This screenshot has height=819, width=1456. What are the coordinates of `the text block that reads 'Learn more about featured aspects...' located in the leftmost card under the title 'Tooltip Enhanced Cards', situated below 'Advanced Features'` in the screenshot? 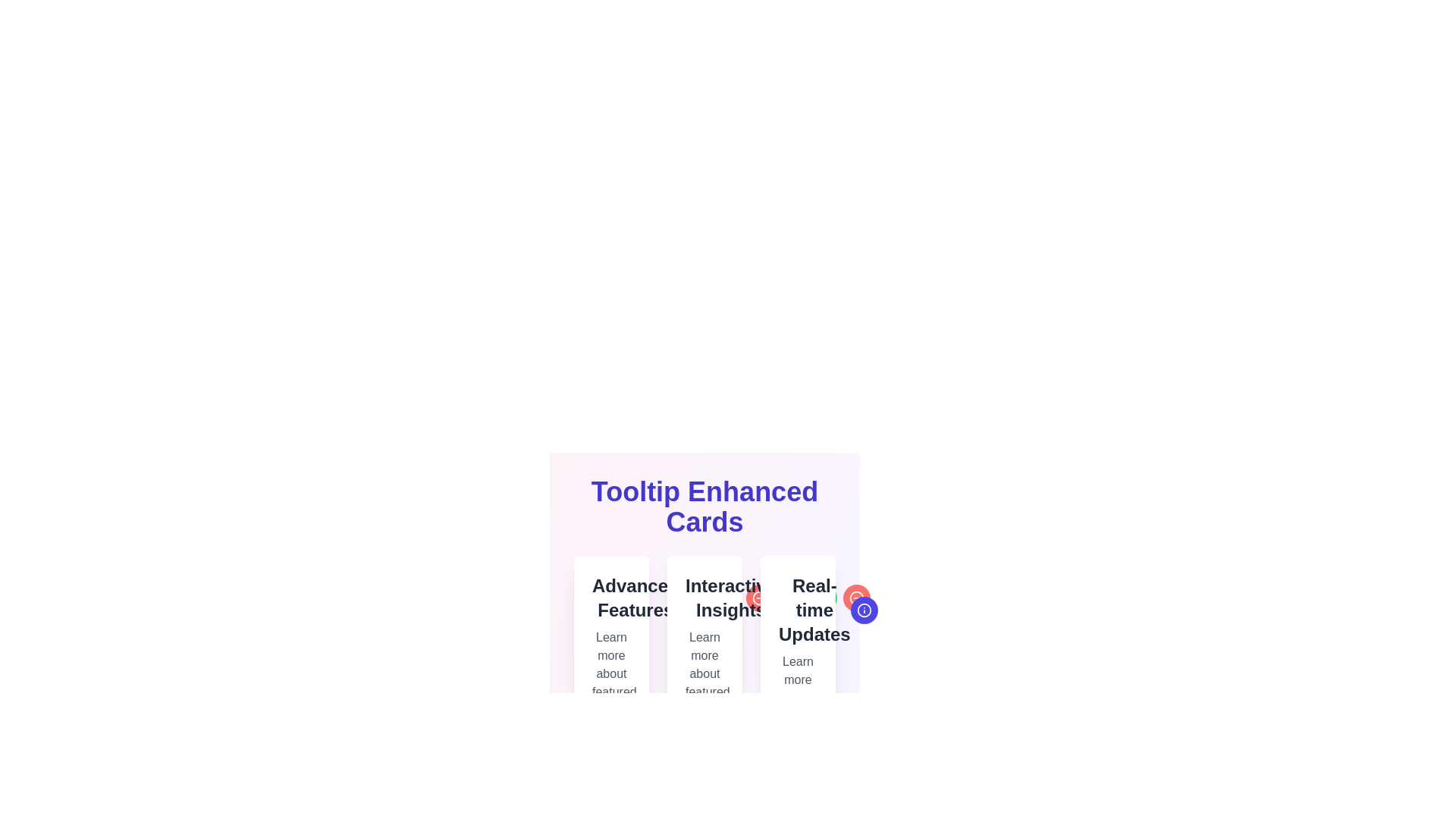 It's located at (611, 673).